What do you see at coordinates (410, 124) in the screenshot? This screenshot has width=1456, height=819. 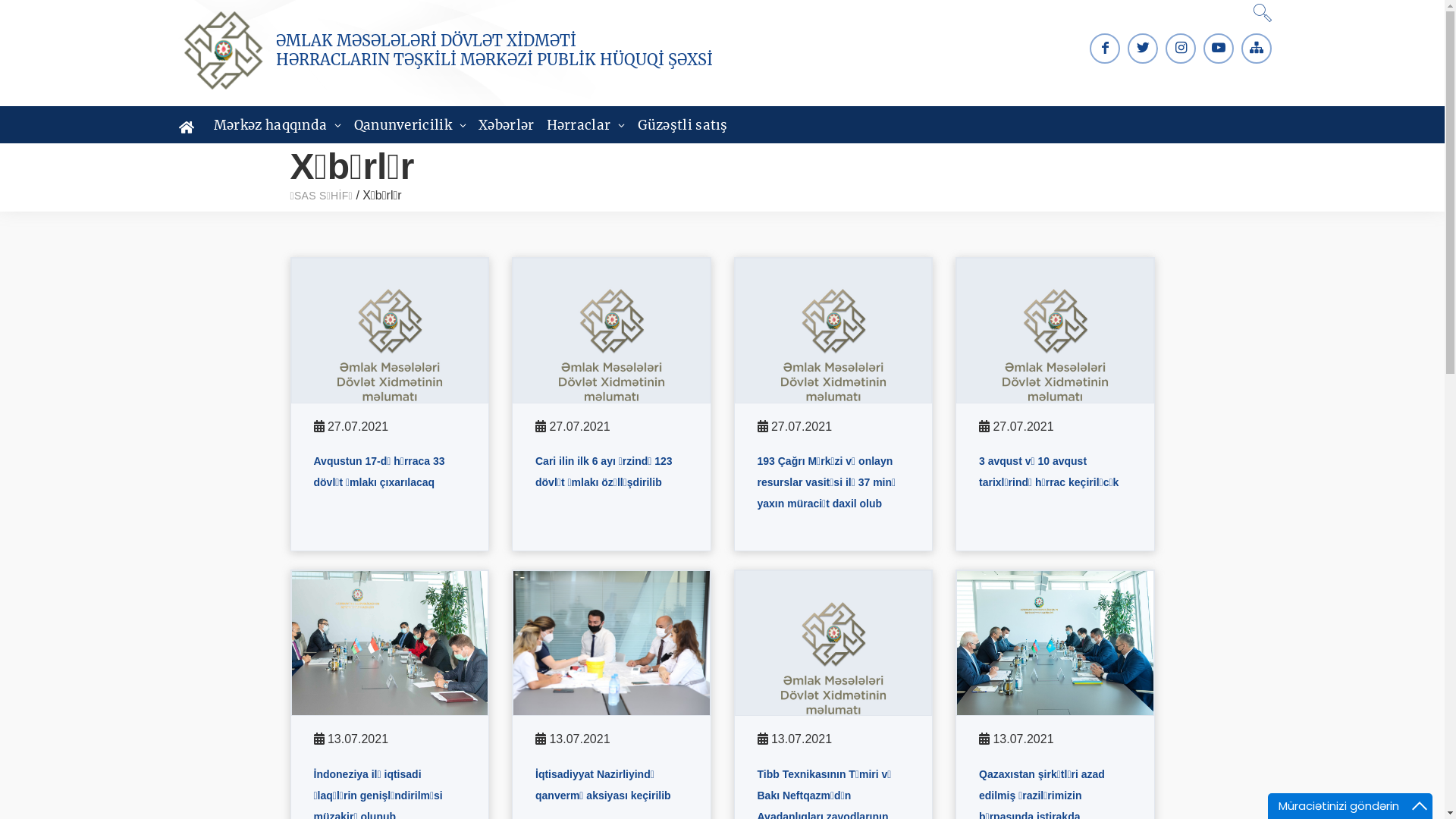 I see `'Qanunvericilik'` at bounding box center [410, 124].